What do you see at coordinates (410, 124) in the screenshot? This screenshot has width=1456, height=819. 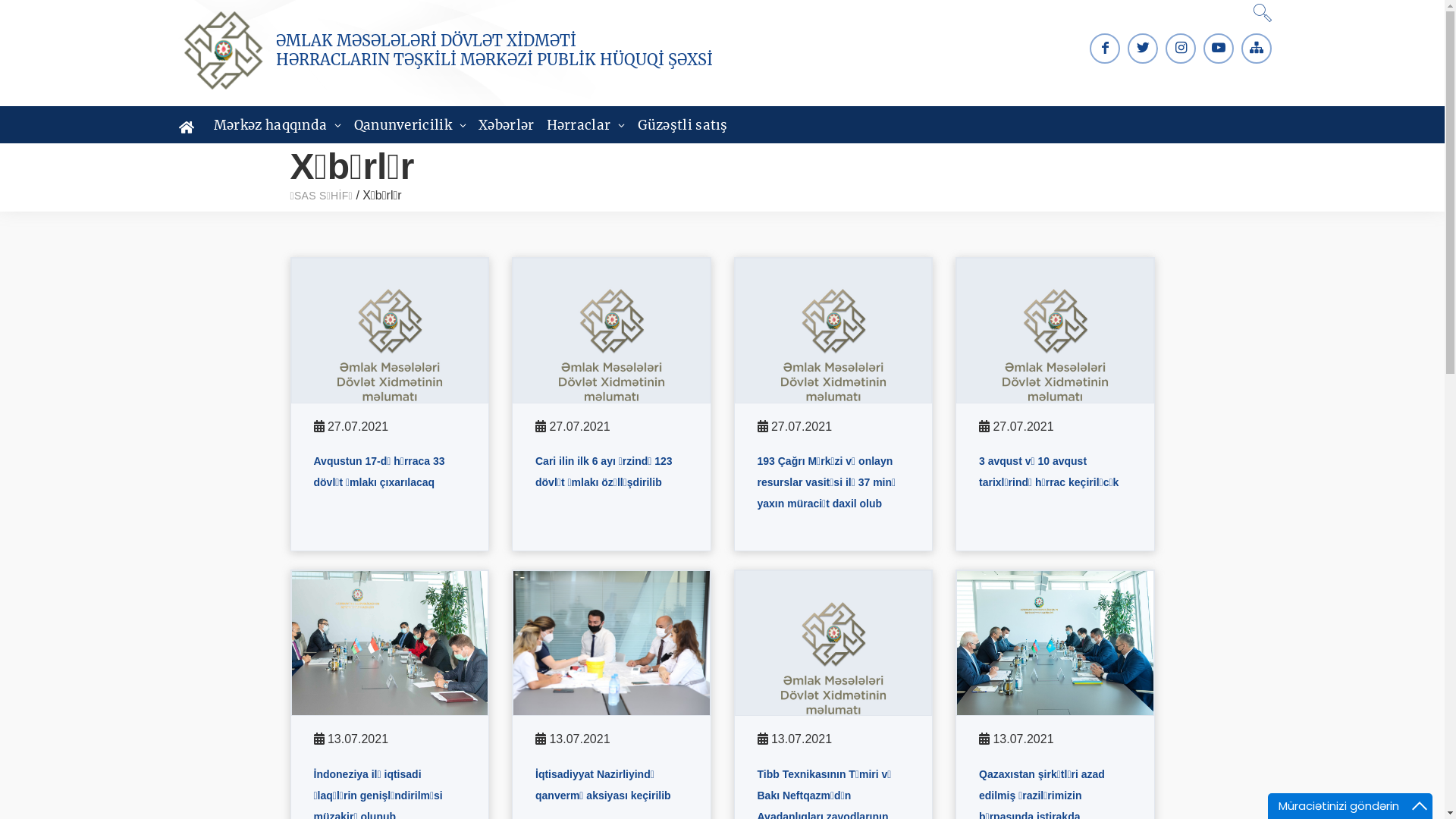 I see `'Qanunvericilik'` at bounding box center [410, 124].